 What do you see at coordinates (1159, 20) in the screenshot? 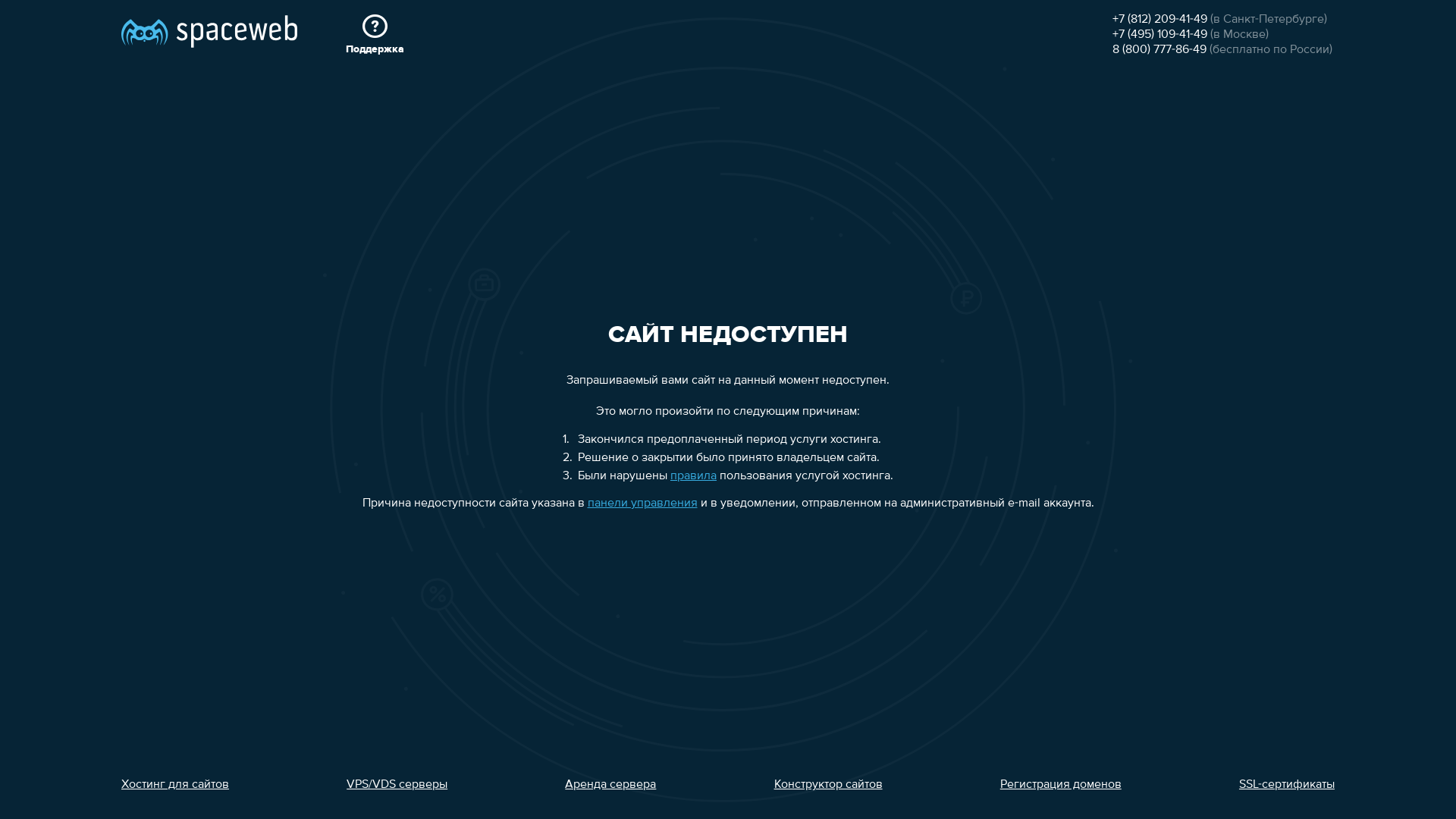
I see `'+7 (812) 209-41-49'` at bounding box center [1159, 20].